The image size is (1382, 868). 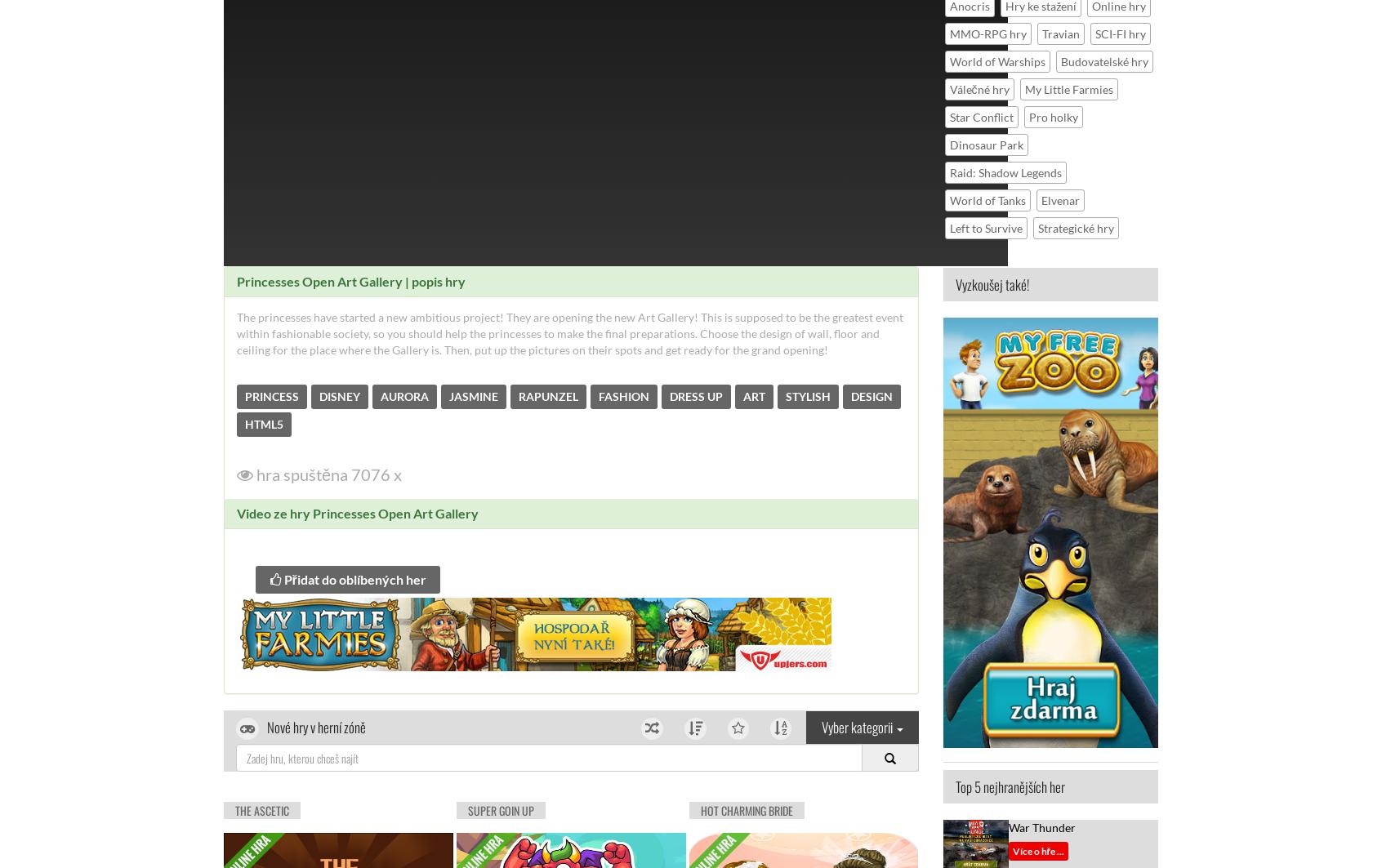 I want to click on 'Přidat do oblíbených her', so click(x=279, y=577).